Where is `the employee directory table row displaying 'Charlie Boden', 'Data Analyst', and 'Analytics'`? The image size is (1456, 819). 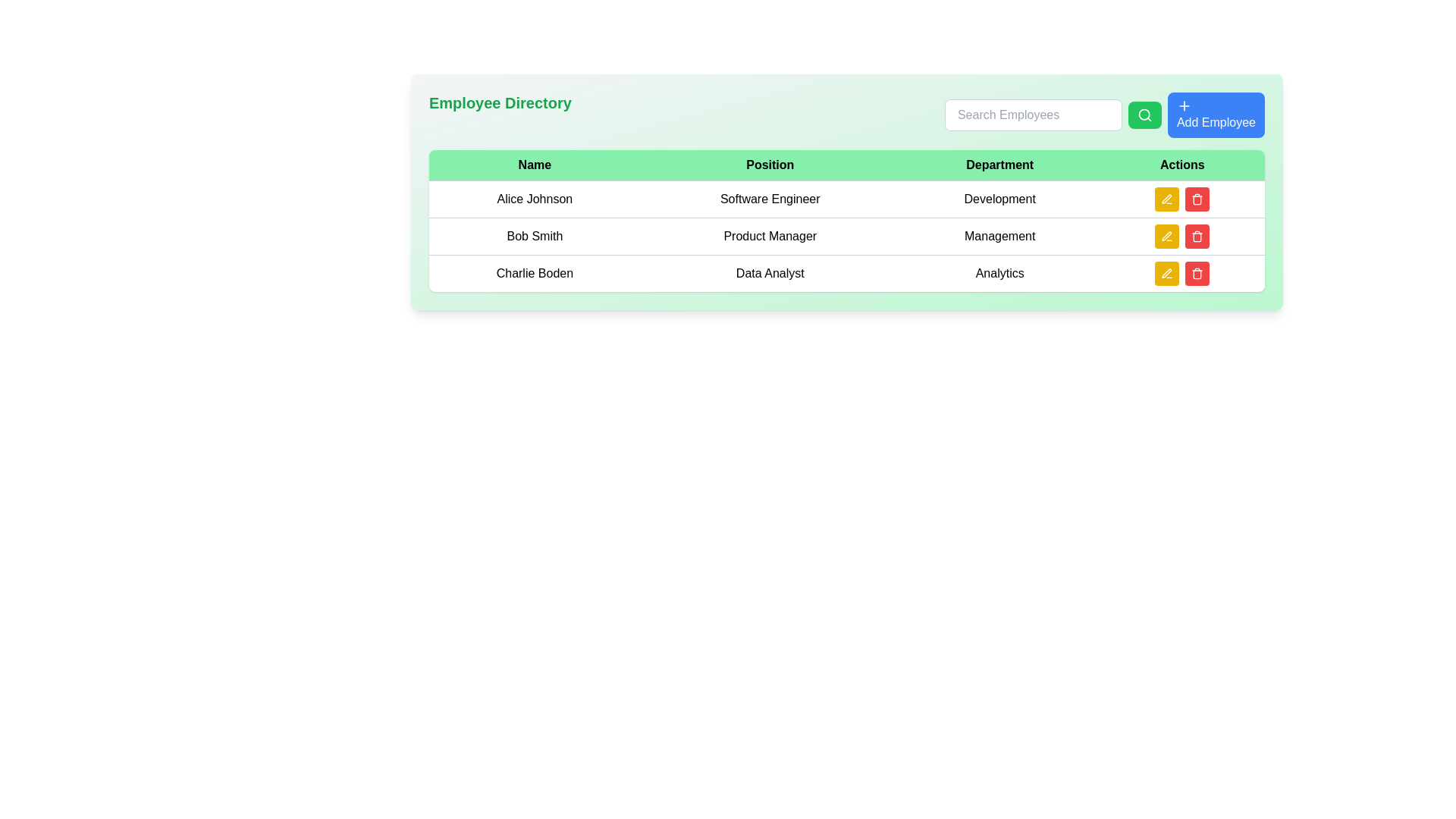
the employee directory table row displaying 'Charlie Boden', 'Data Analyst', and 'Analytics' is located at coordinates (846, 271).